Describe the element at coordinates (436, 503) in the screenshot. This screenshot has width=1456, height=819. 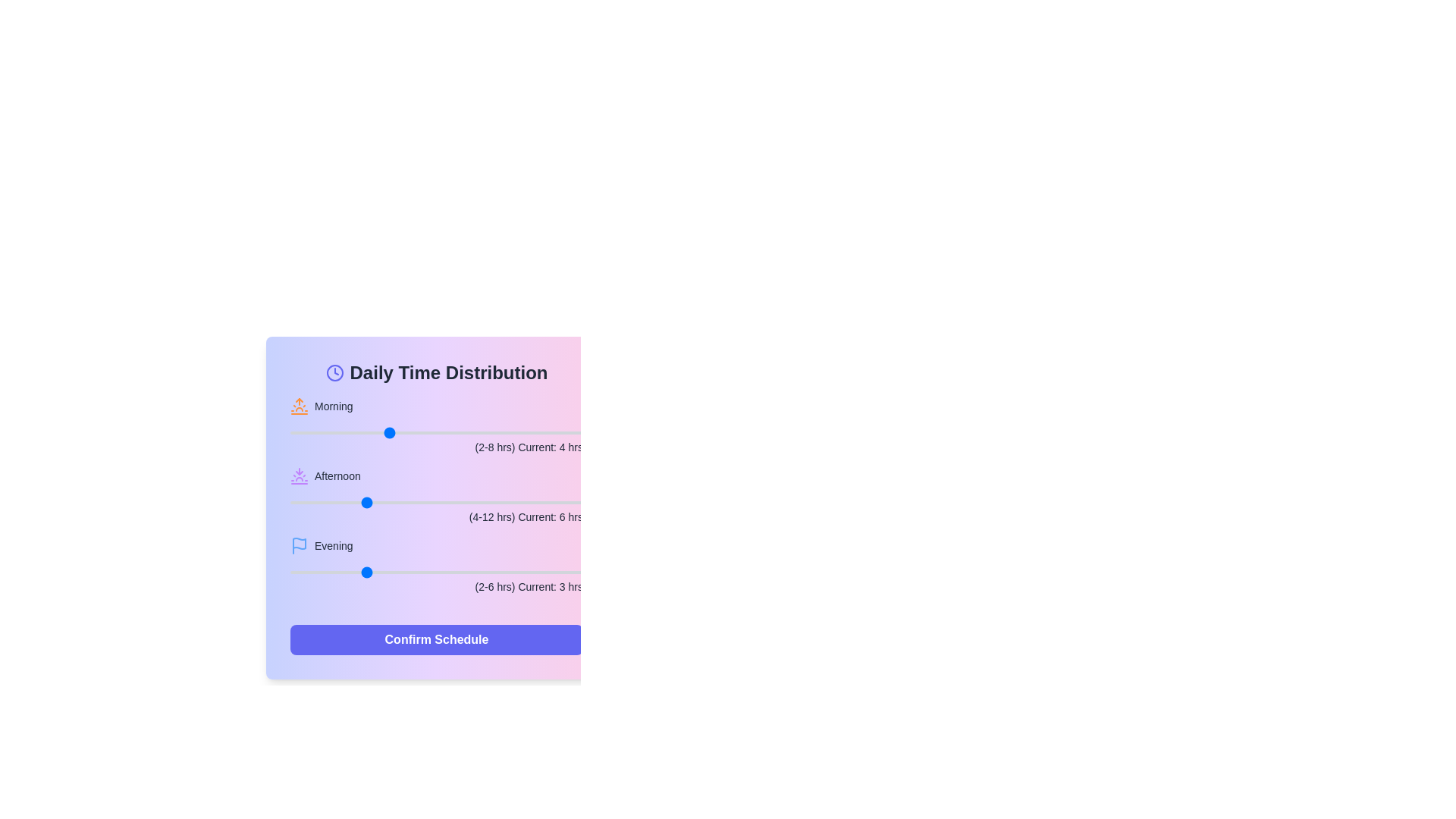
I see `the afternoon time allocation` at that location.